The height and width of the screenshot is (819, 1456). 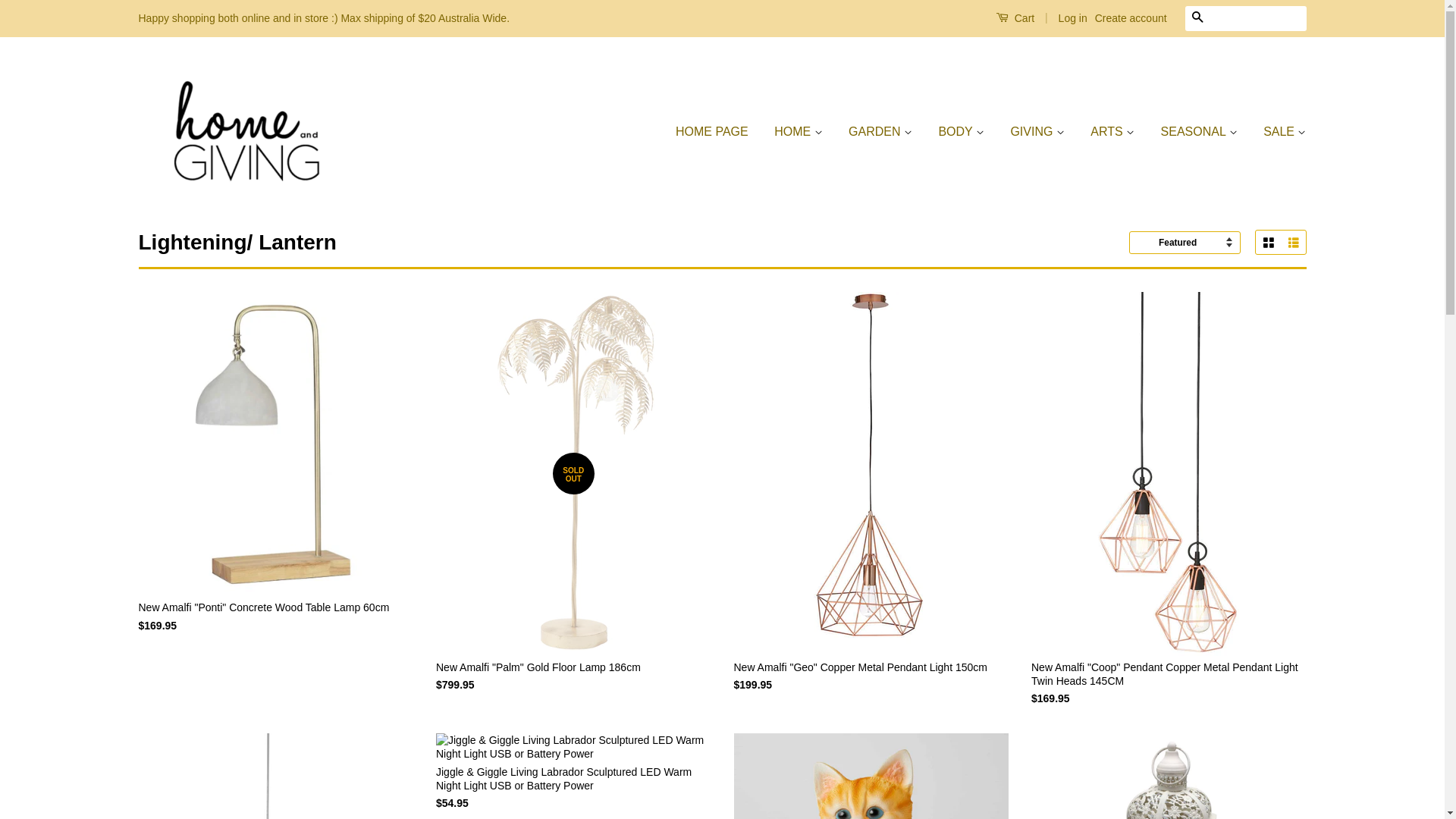 I want to click on 'List View', so click(x=1279, y=242).